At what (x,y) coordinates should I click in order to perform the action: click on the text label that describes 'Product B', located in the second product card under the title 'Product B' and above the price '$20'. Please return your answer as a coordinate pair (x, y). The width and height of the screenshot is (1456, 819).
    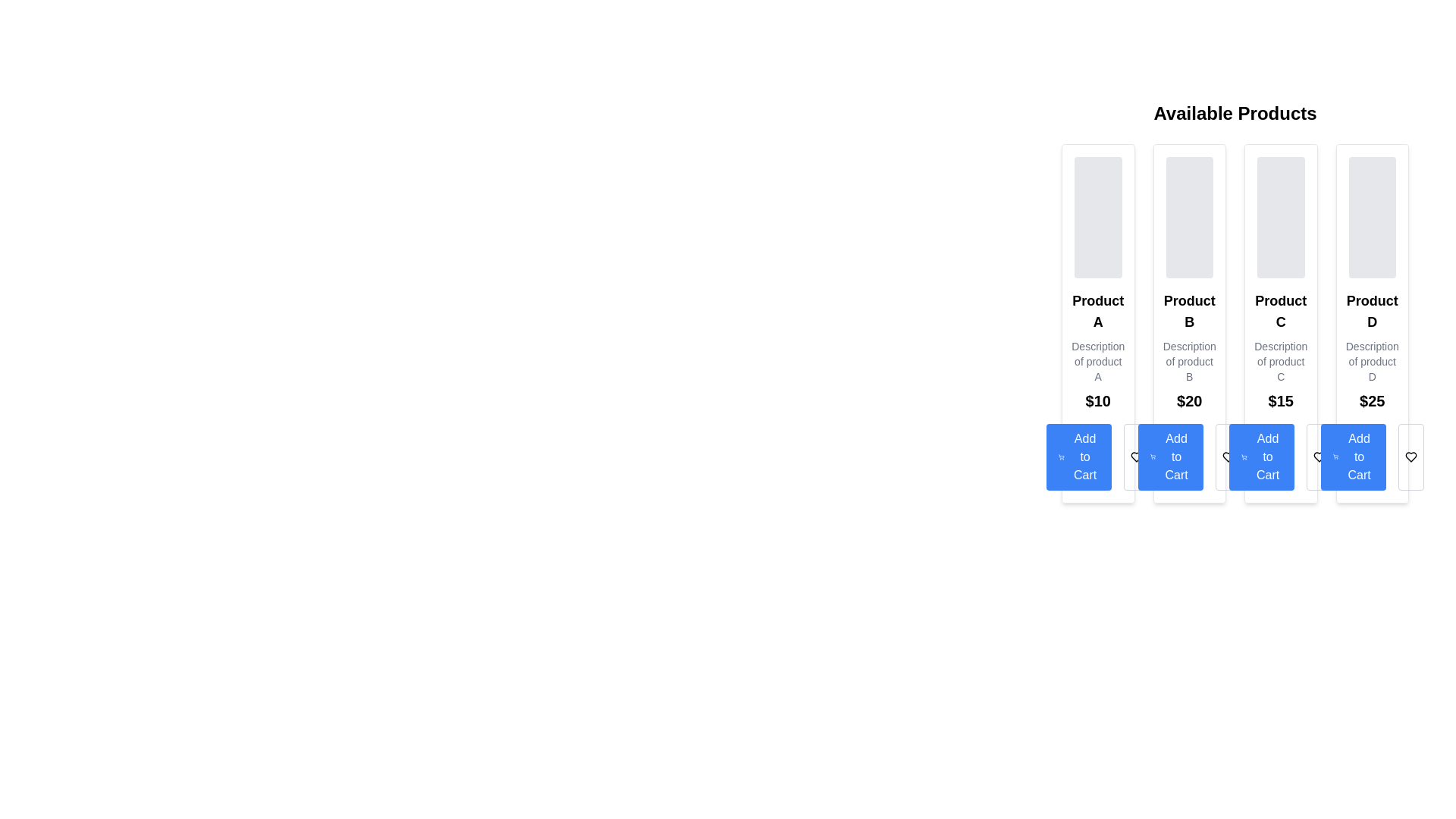
    Looking at the image, I should click on (1188, 362).